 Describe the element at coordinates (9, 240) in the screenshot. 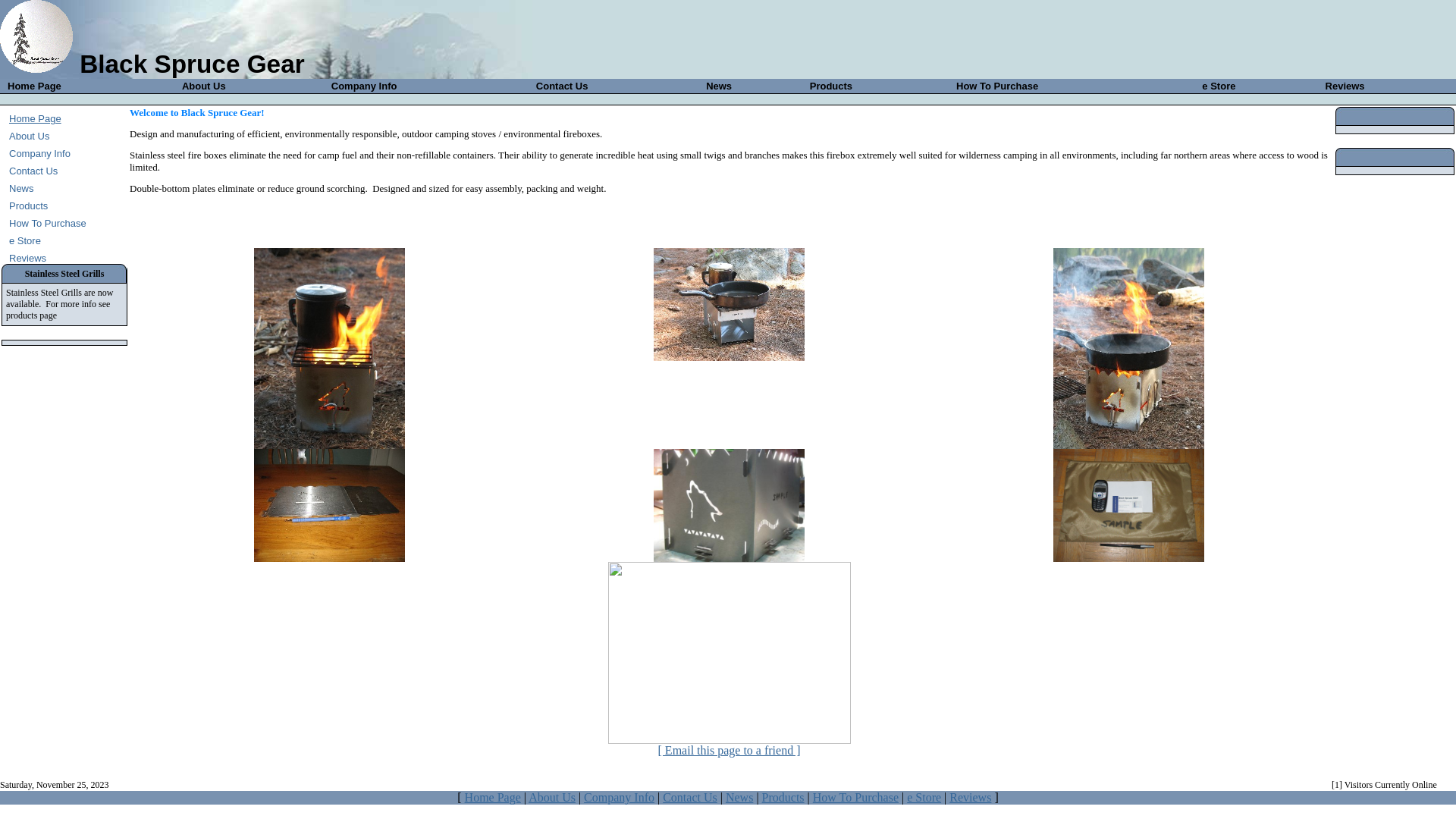

I see `'e Store'` at that location.